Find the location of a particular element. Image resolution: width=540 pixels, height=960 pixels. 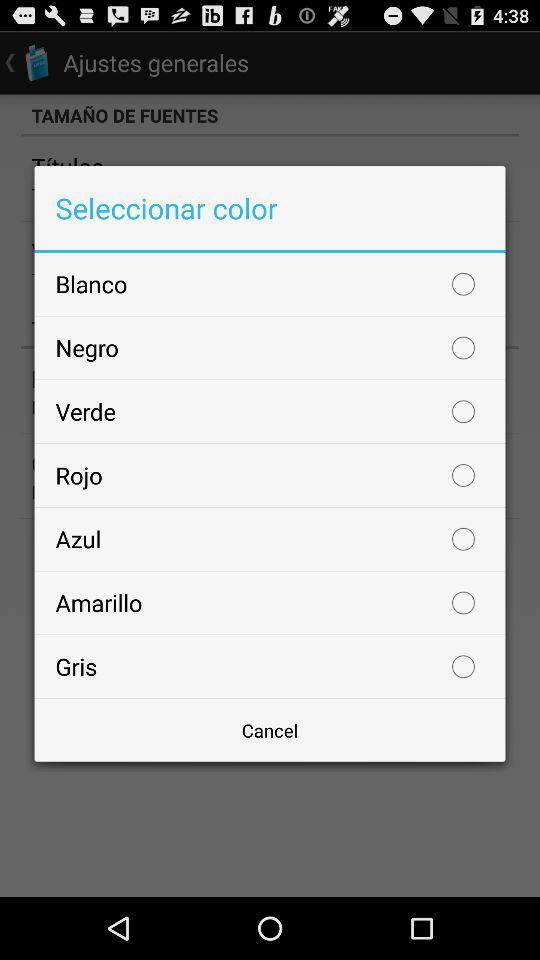

the cancel item is located at coordinates (270, 729).